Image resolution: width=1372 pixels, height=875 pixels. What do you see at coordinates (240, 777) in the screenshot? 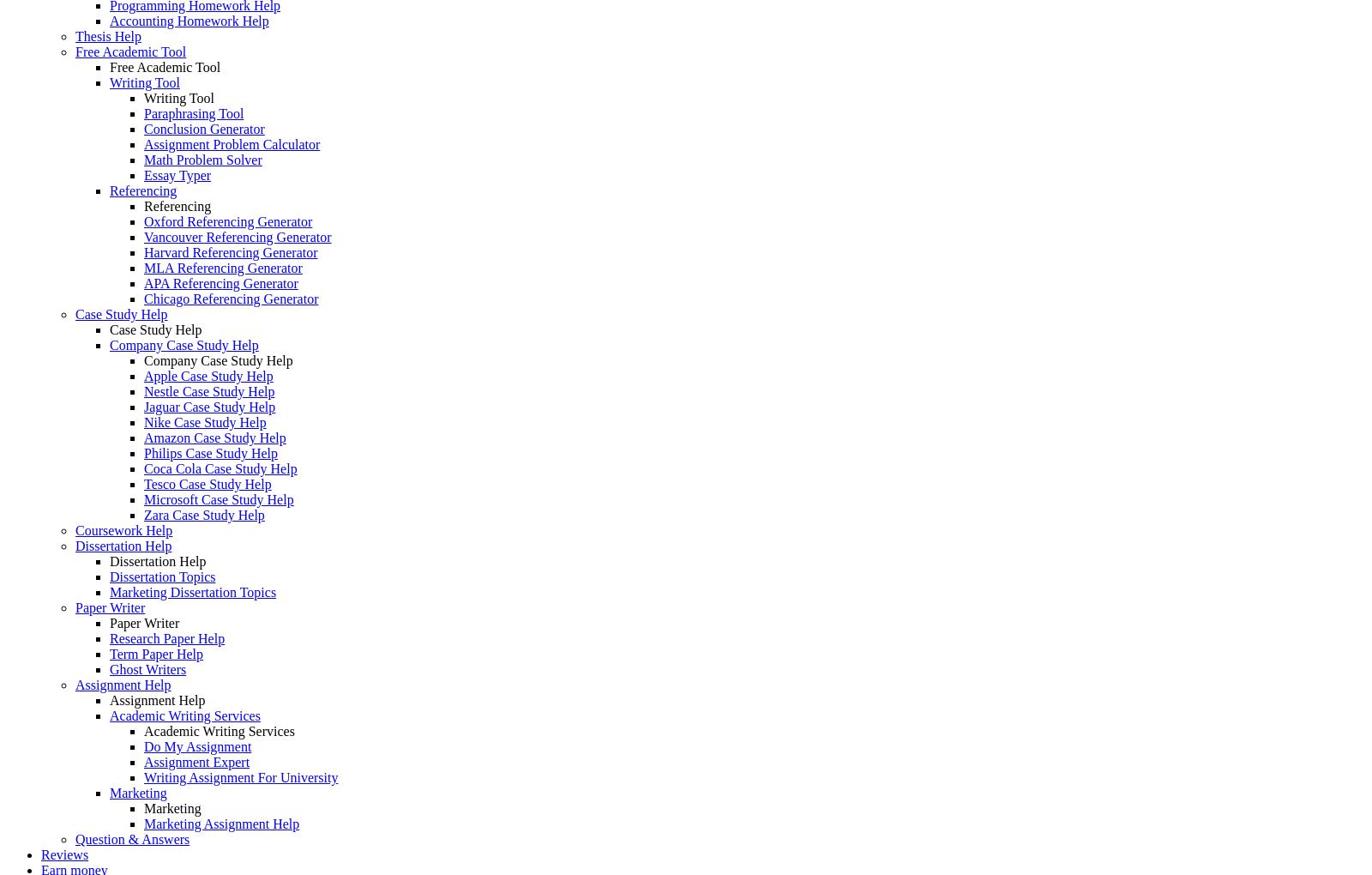
I see `'Writing Assignment For University'` at bounding box center [240, 777].